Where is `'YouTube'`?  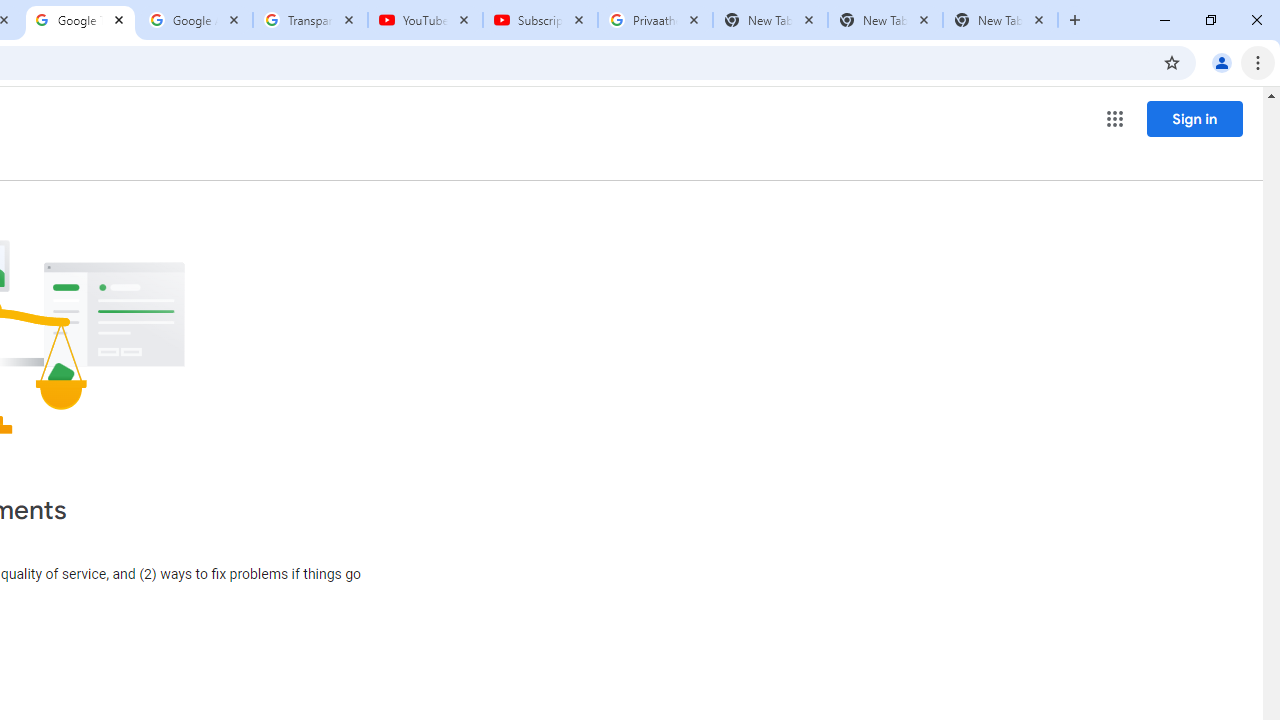 'YouTube' is located at coordinates (423, 20).